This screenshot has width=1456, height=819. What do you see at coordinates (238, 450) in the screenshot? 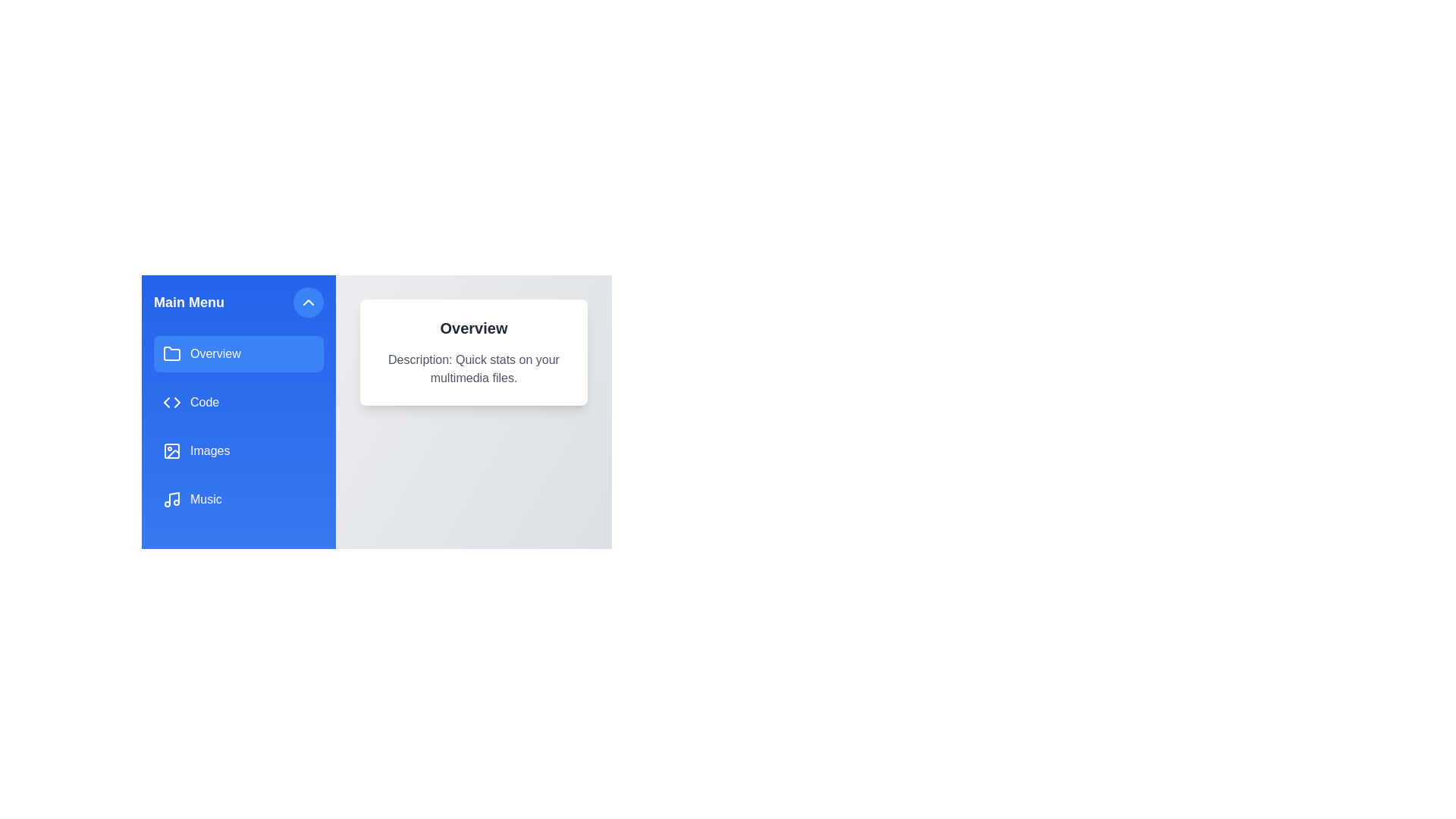
I see `the 'Images' navigational button located in the sidebar menu, which is the third item in the vertical list` at bounding box center [238, 450].